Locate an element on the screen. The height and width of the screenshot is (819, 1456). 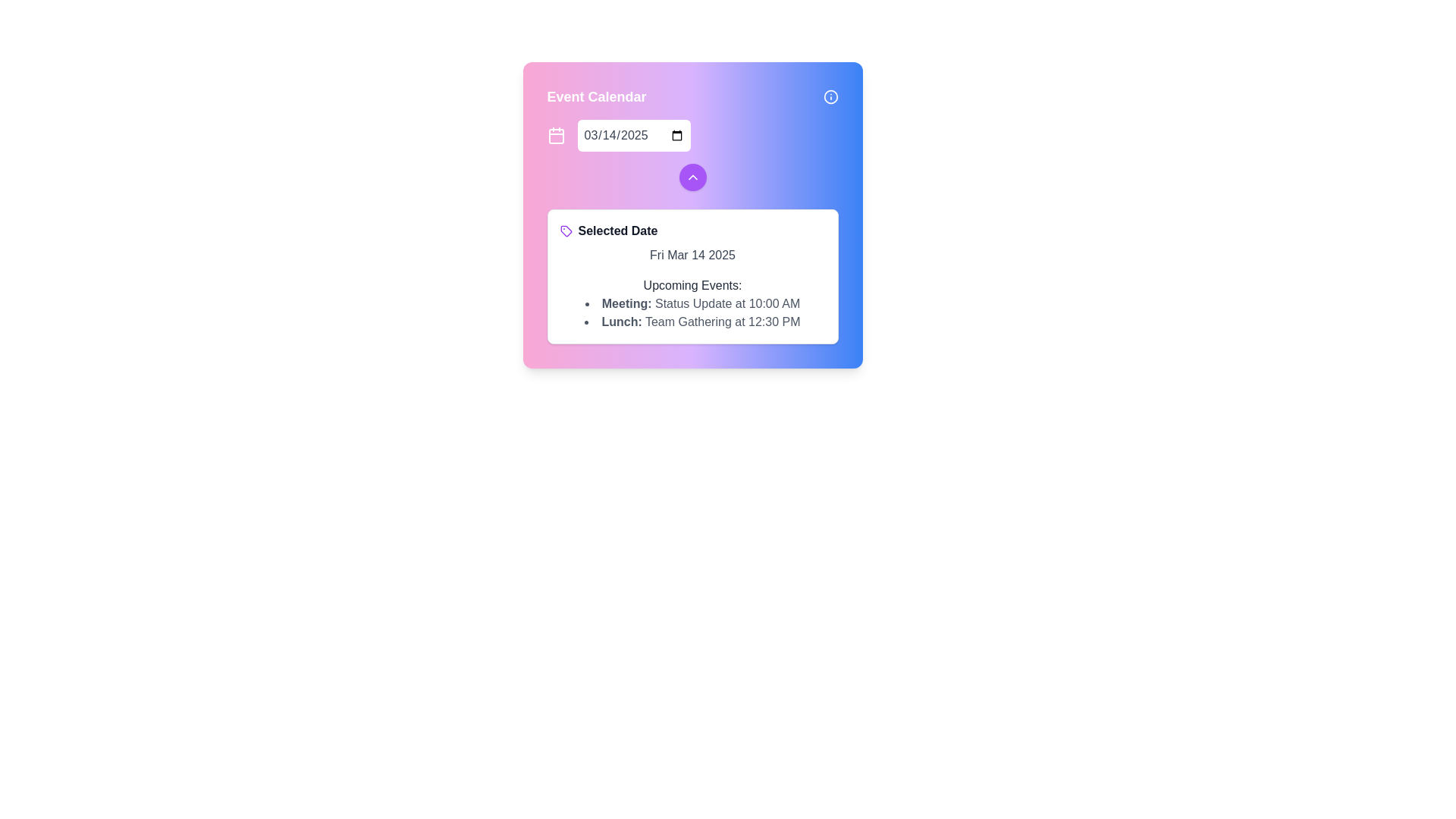
the scheduled event text content in the 'Upcoming Events' list by is located at coordinates (692, 304).